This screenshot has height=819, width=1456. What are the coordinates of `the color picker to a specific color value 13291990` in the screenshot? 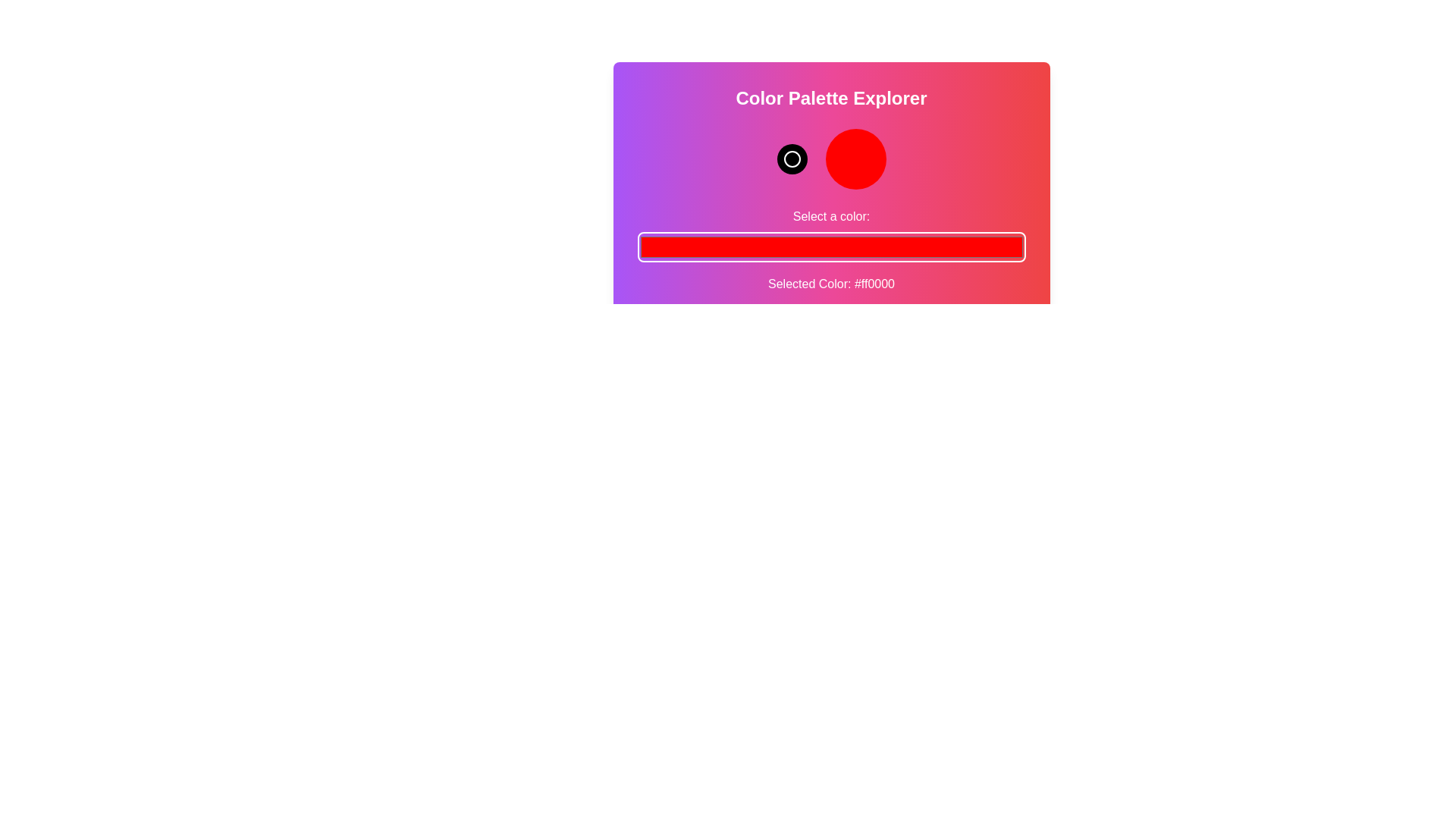 It's located at (830, 246).